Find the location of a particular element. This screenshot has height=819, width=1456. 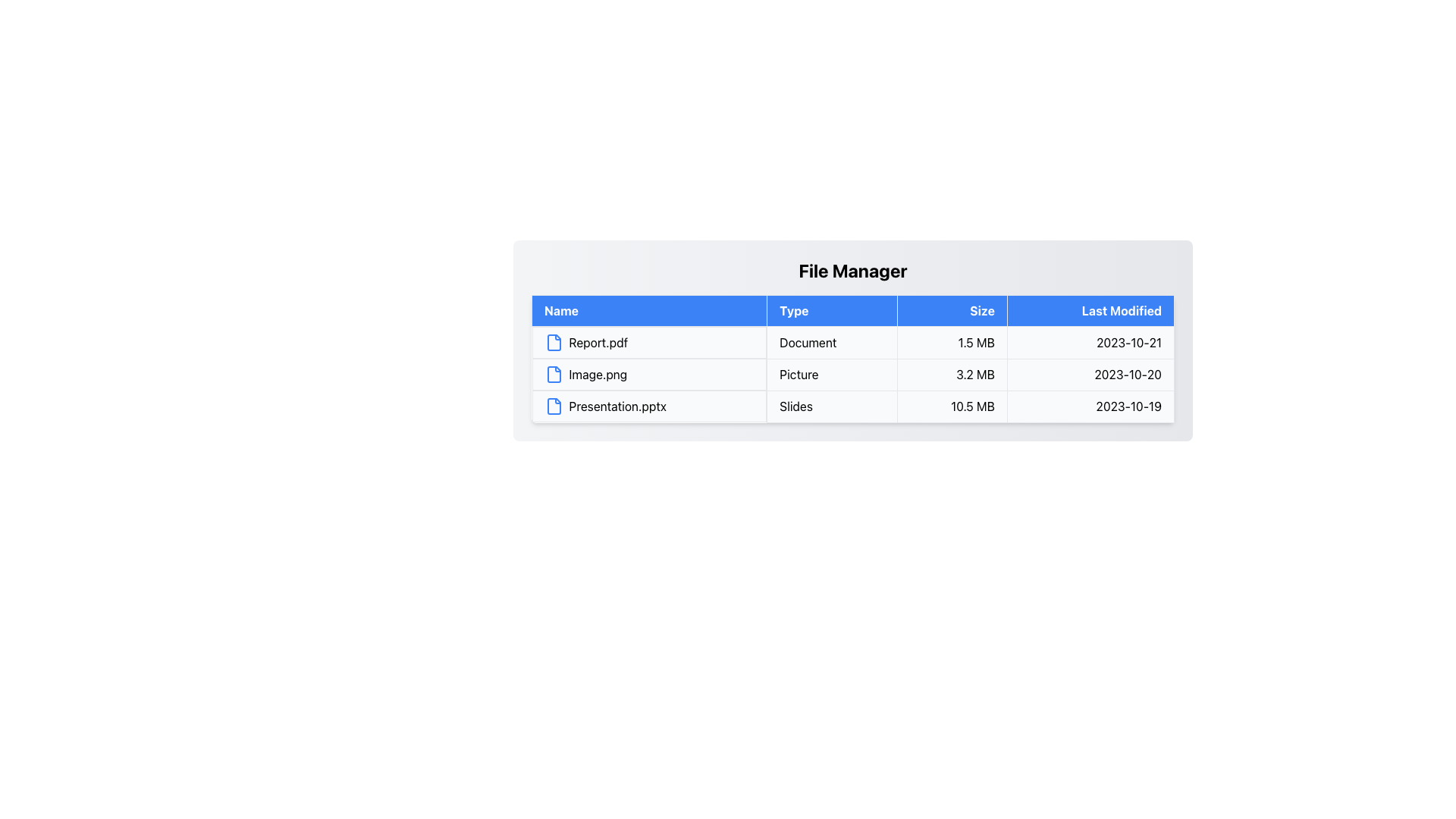

the file icon resembling a document is located at coordinates (553, 406).